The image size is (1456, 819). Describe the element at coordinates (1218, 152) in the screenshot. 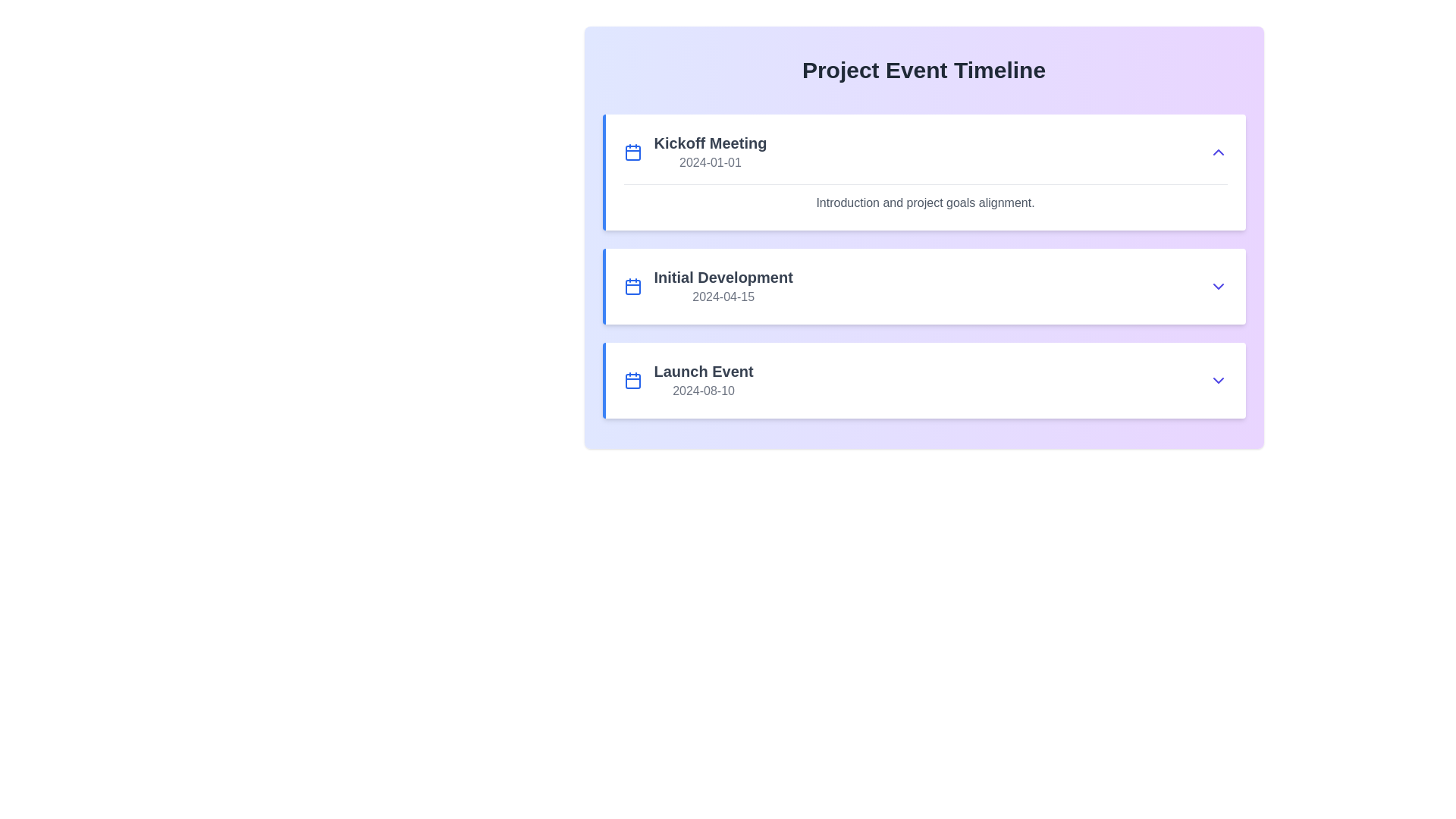

I see `the upward-pointing chevron button at the top-right corner of the 'Kickoff Meeting' card` at that location.